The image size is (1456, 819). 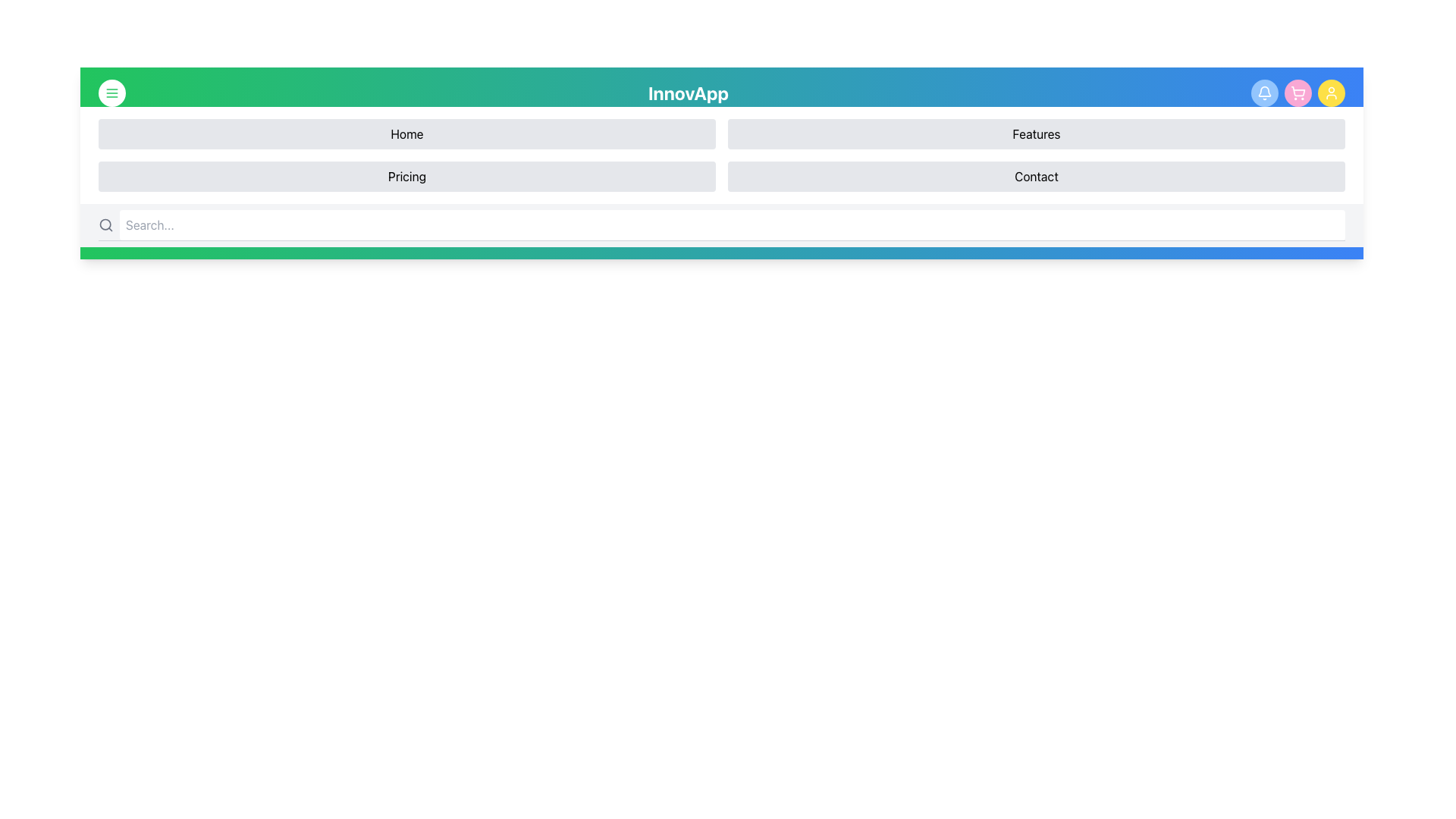 I want to click on the shopping cart button located at the top-right corner of the page, positioned between the blue notification icon and the yellow user profile icon, so click(x=1298, y=93).